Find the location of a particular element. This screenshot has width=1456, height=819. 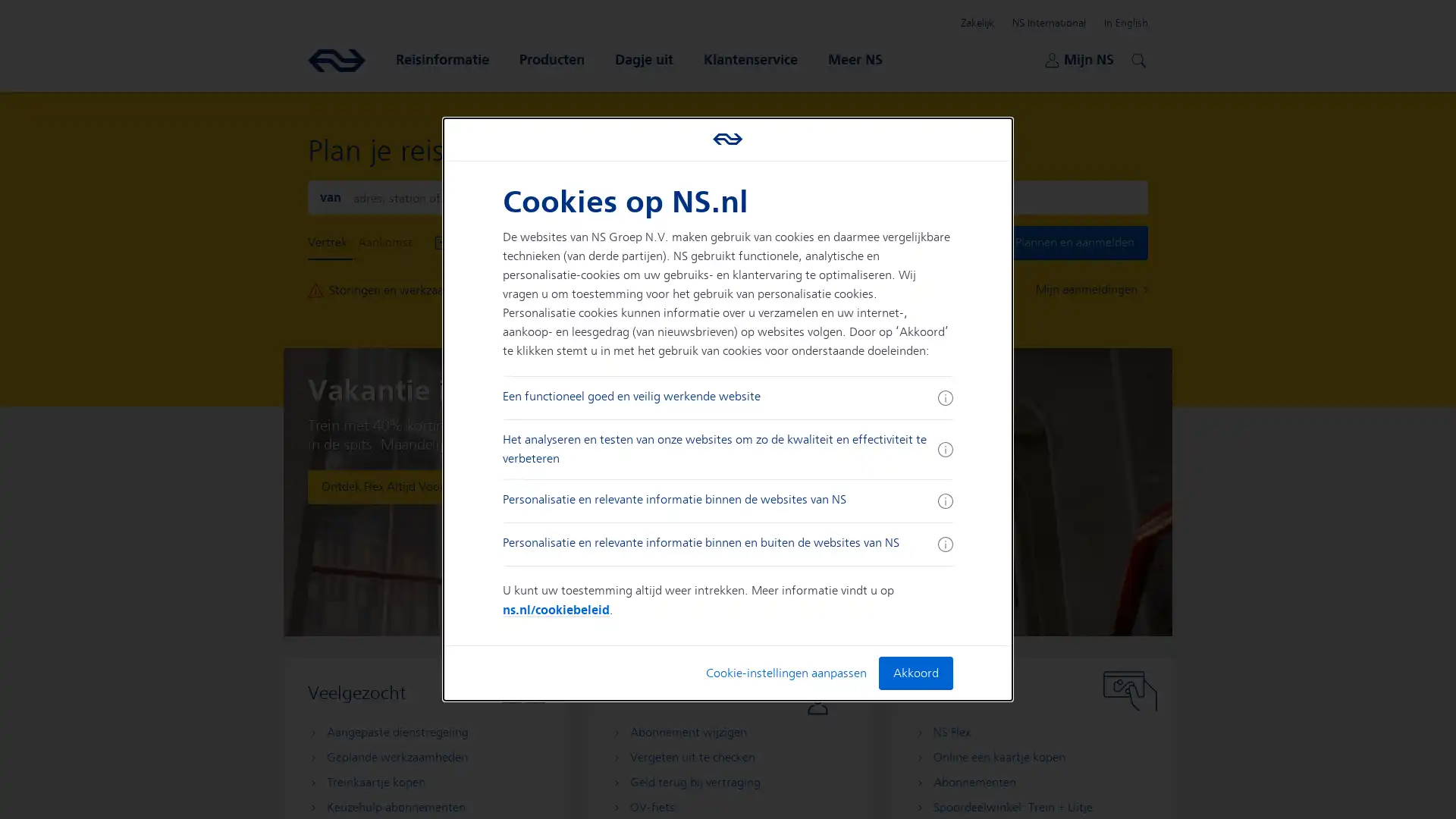

Meer informatie ingeklapt is located at coordinates (944, 397).